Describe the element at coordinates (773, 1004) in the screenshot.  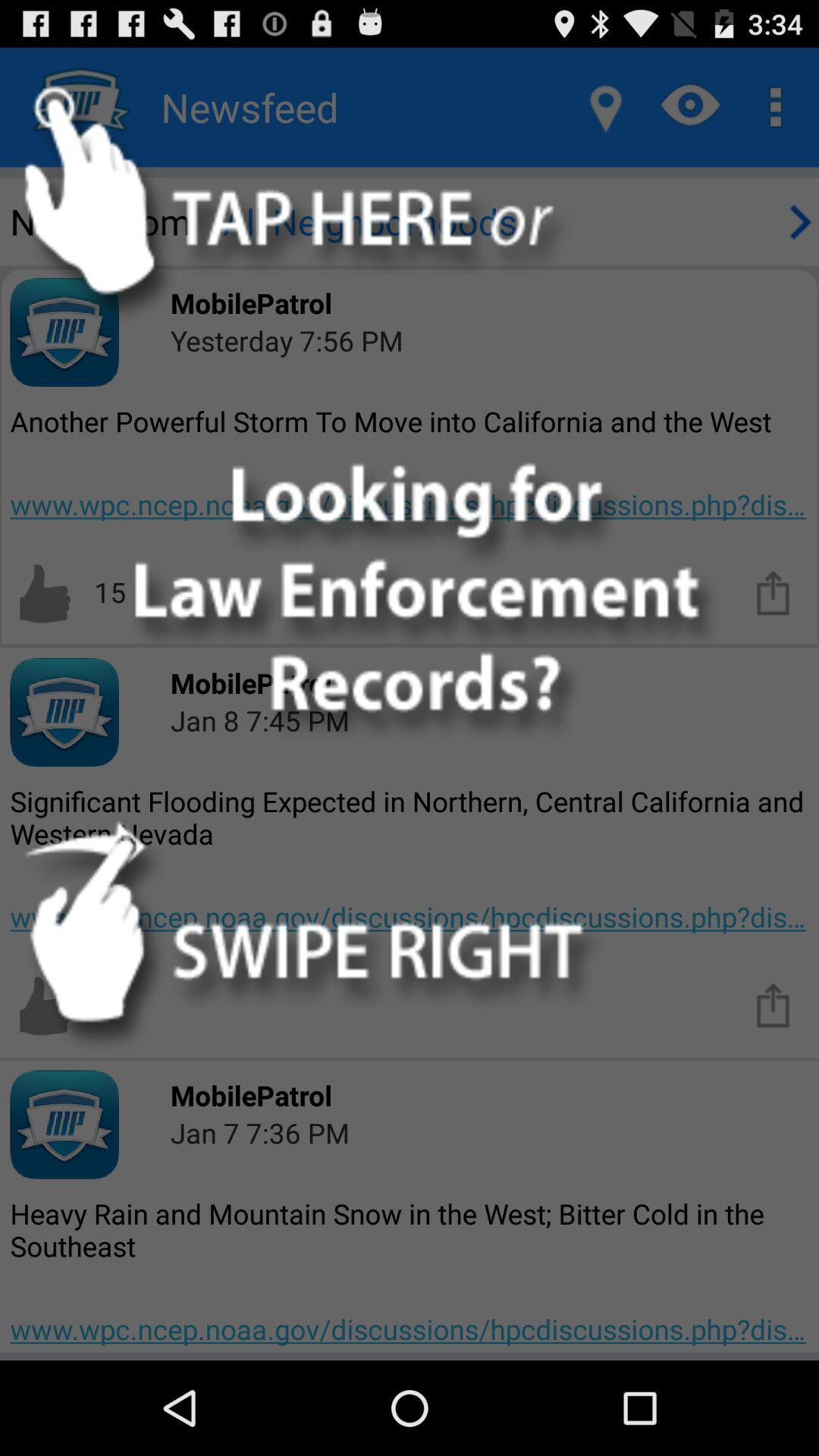
I see `upload data` at that location.